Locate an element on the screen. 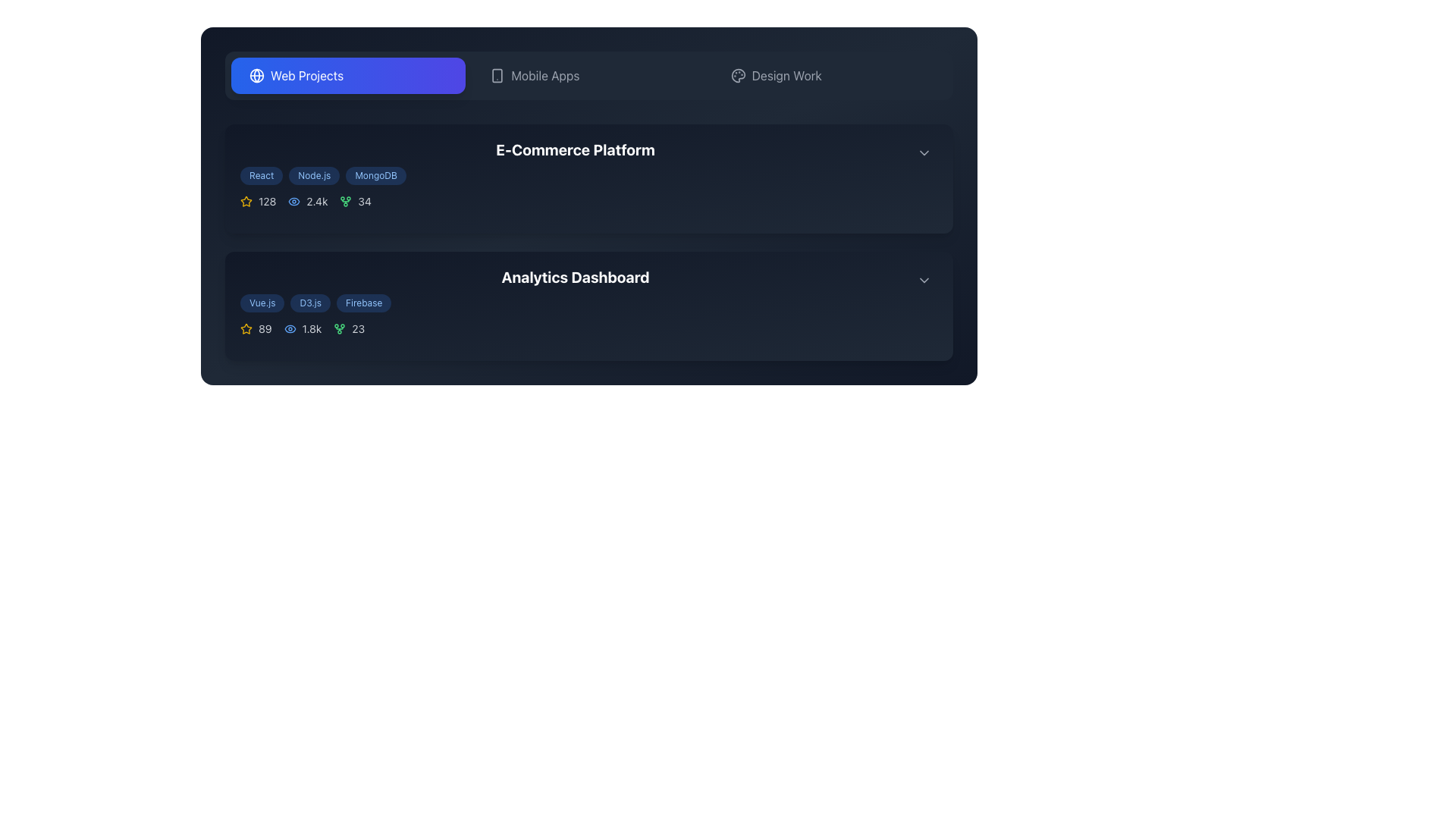  the small green SVG icon depicting a Git Fork symbol, located in the second row of the project list under 'Analytics Dashboard' is located at coordinates (339, 328).